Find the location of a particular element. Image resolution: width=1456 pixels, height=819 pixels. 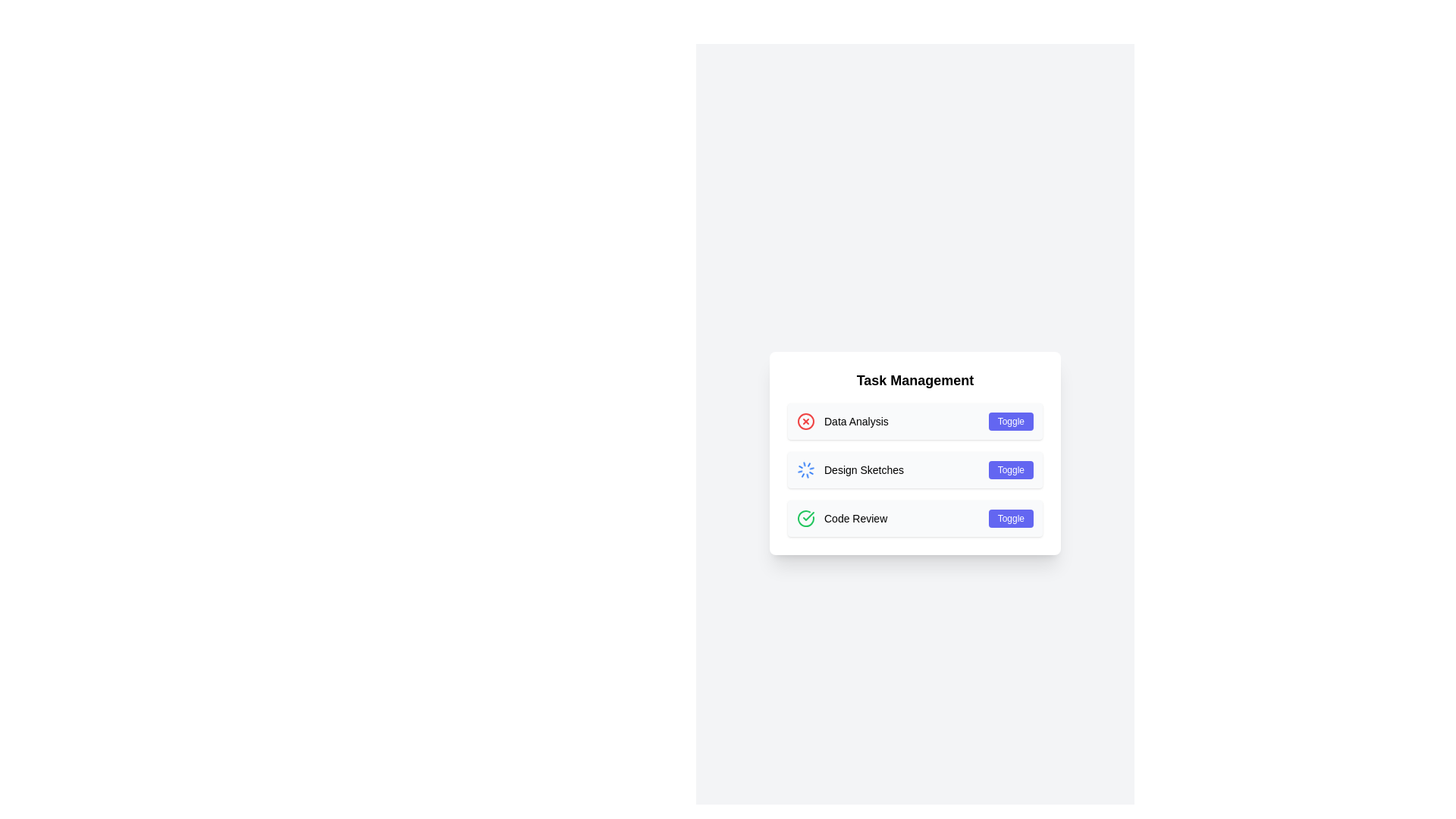

the 'Data Analysis' action item at the top of the list is located at coordinates (914, 421).